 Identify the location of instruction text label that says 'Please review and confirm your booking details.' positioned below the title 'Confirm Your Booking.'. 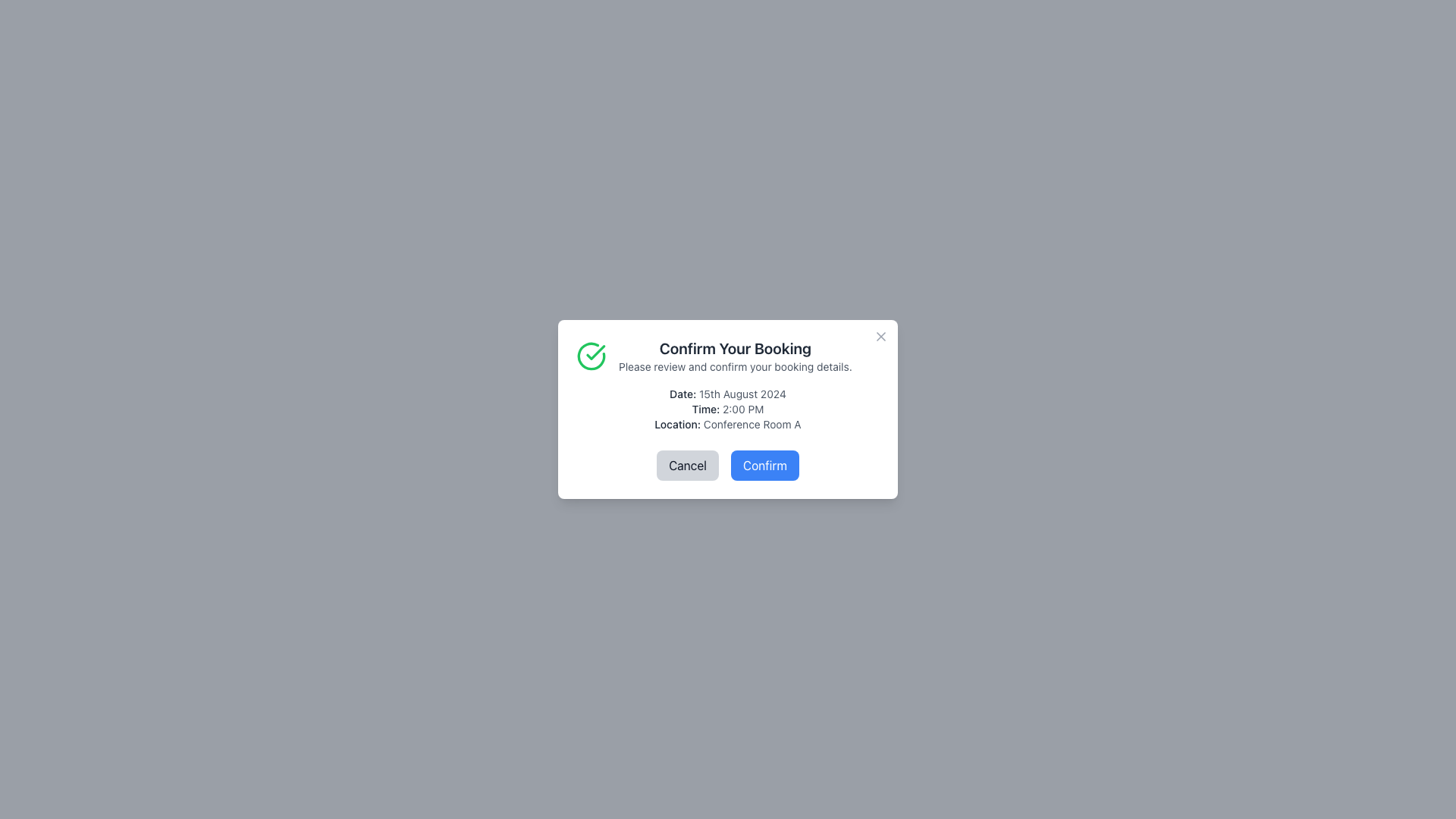
(735, 366).